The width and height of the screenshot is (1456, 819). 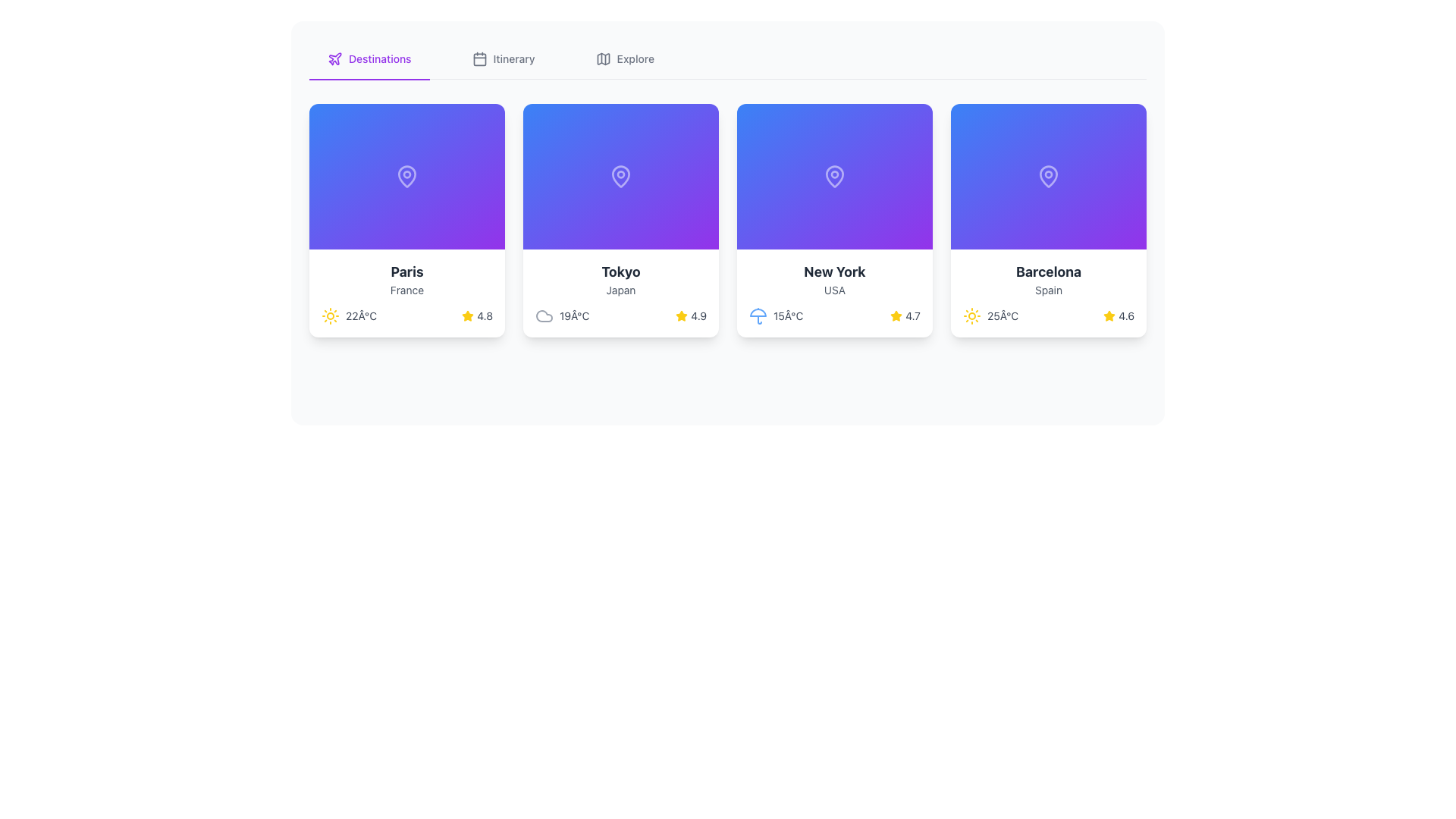 What do you see at coordinates (407, 175) in the screenshot?
I see `attention on the map pin icon` at bounding box center [407, 175].